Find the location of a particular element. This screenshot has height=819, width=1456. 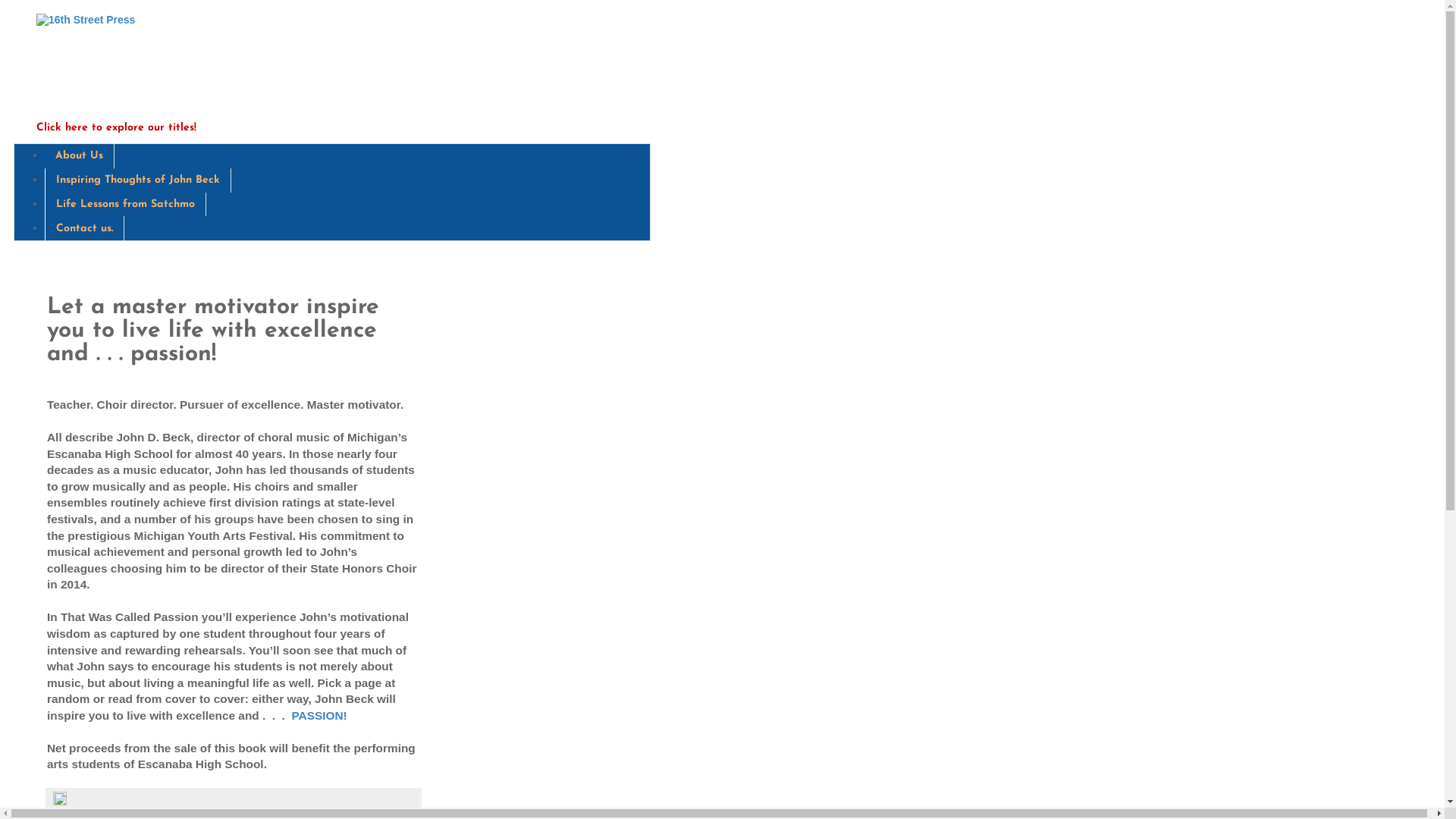

'Contact us.' is located at coordinates (83, 227).